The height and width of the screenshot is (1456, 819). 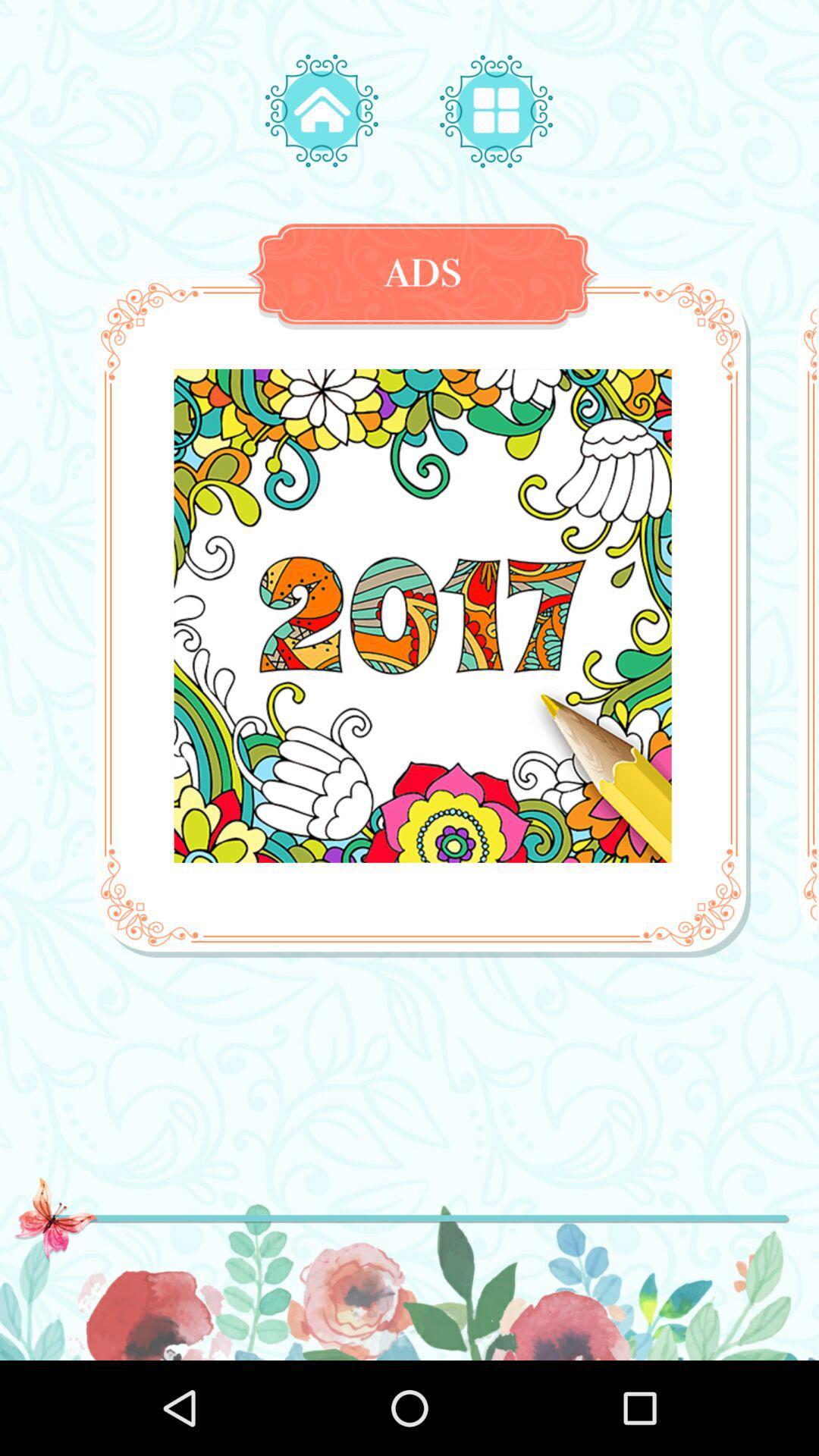 I want to click on the star icon, so click(x=496, y=110).